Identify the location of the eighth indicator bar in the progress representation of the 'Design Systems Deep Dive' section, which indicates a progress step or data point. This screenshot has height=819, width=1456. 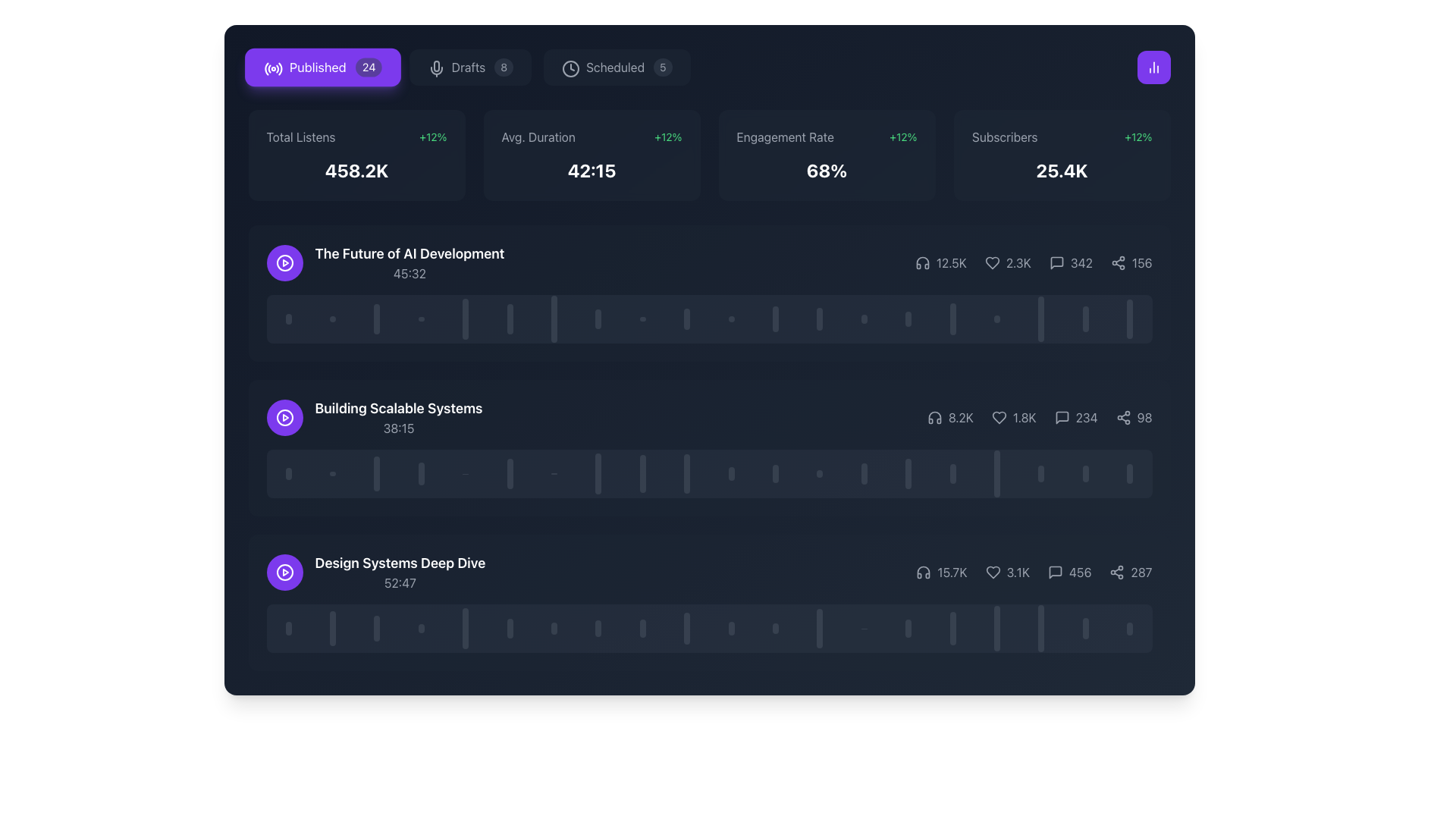
(598, 629).